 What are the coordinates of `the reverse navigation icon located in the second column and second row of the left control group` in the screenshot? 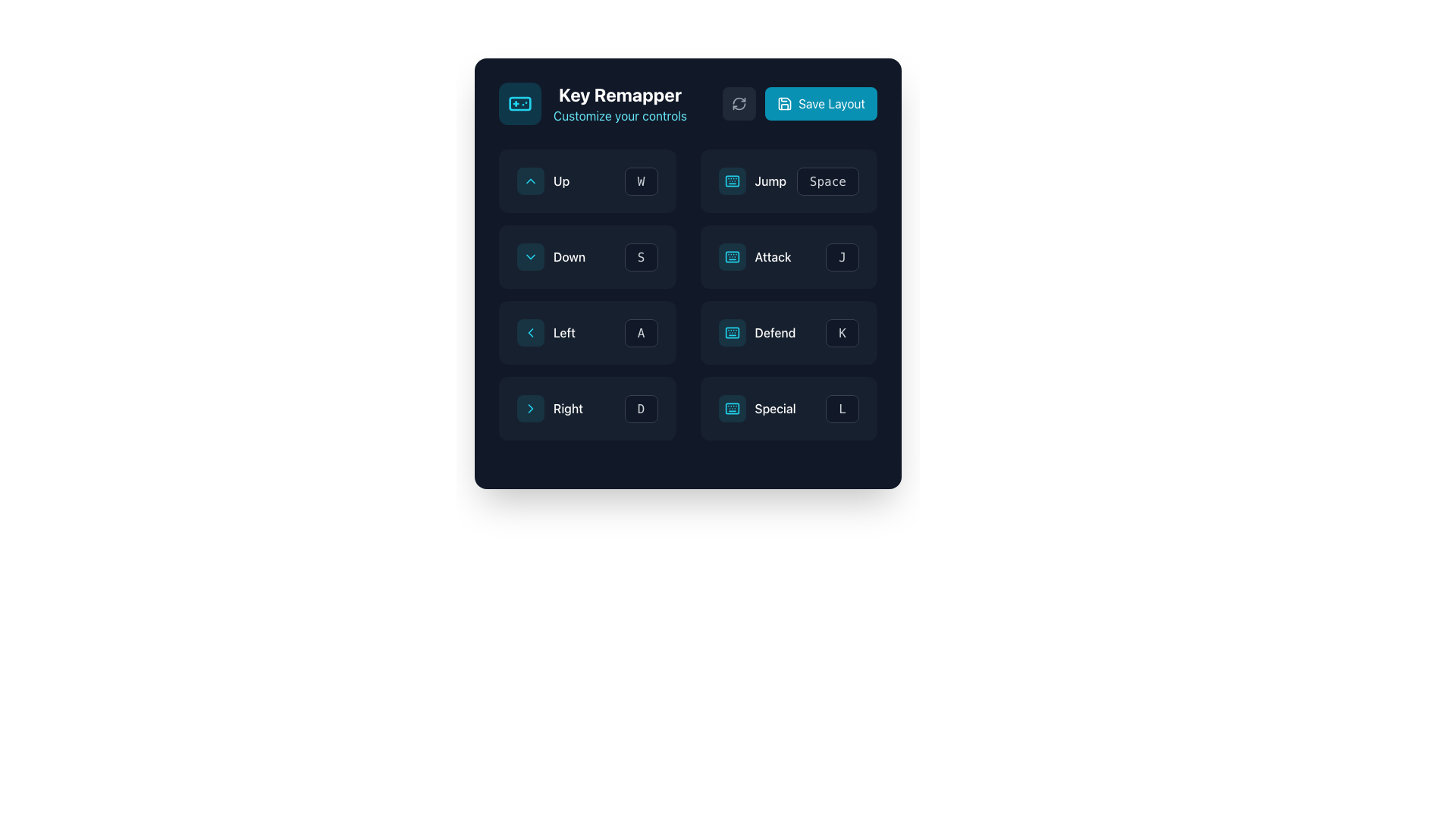 It's located at (531, 332).